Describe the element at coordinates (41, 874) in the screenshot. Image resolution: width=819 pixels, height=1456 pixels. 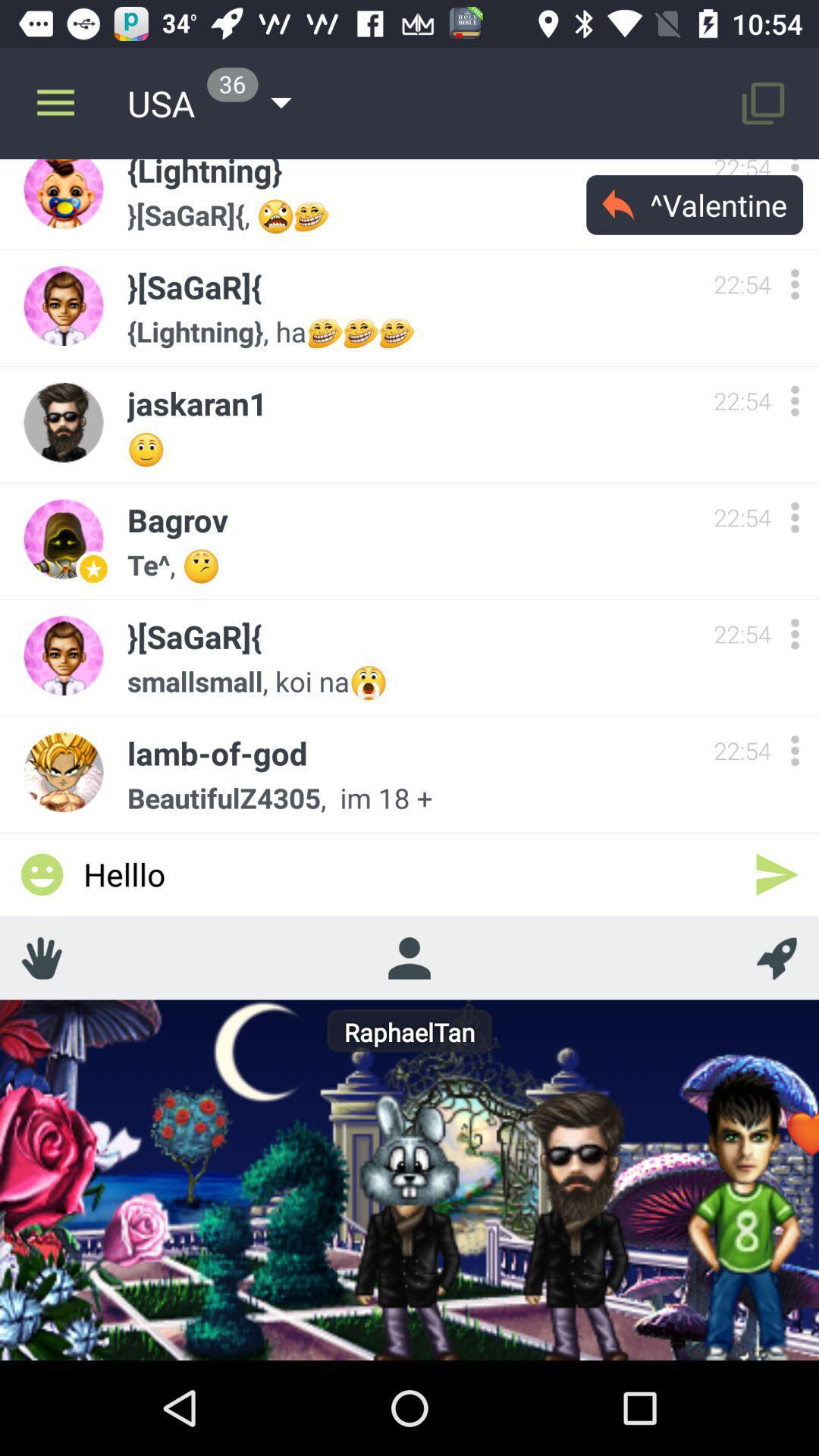
I see `icon to the left of helllo item` at that location.